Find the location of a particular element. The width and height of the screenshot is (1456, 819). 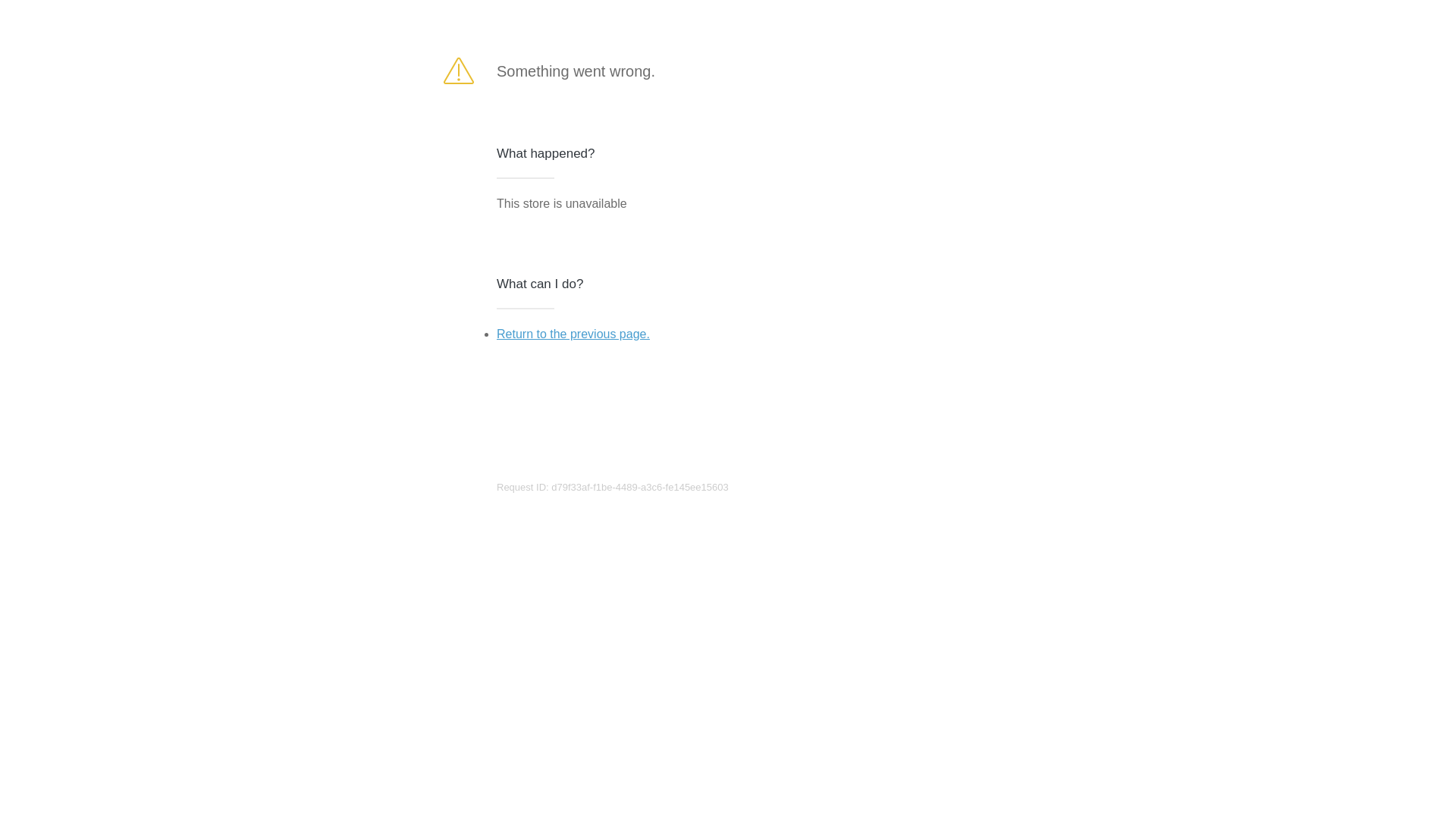

'Return to the previous page.' is located at coordinates (572, 333).